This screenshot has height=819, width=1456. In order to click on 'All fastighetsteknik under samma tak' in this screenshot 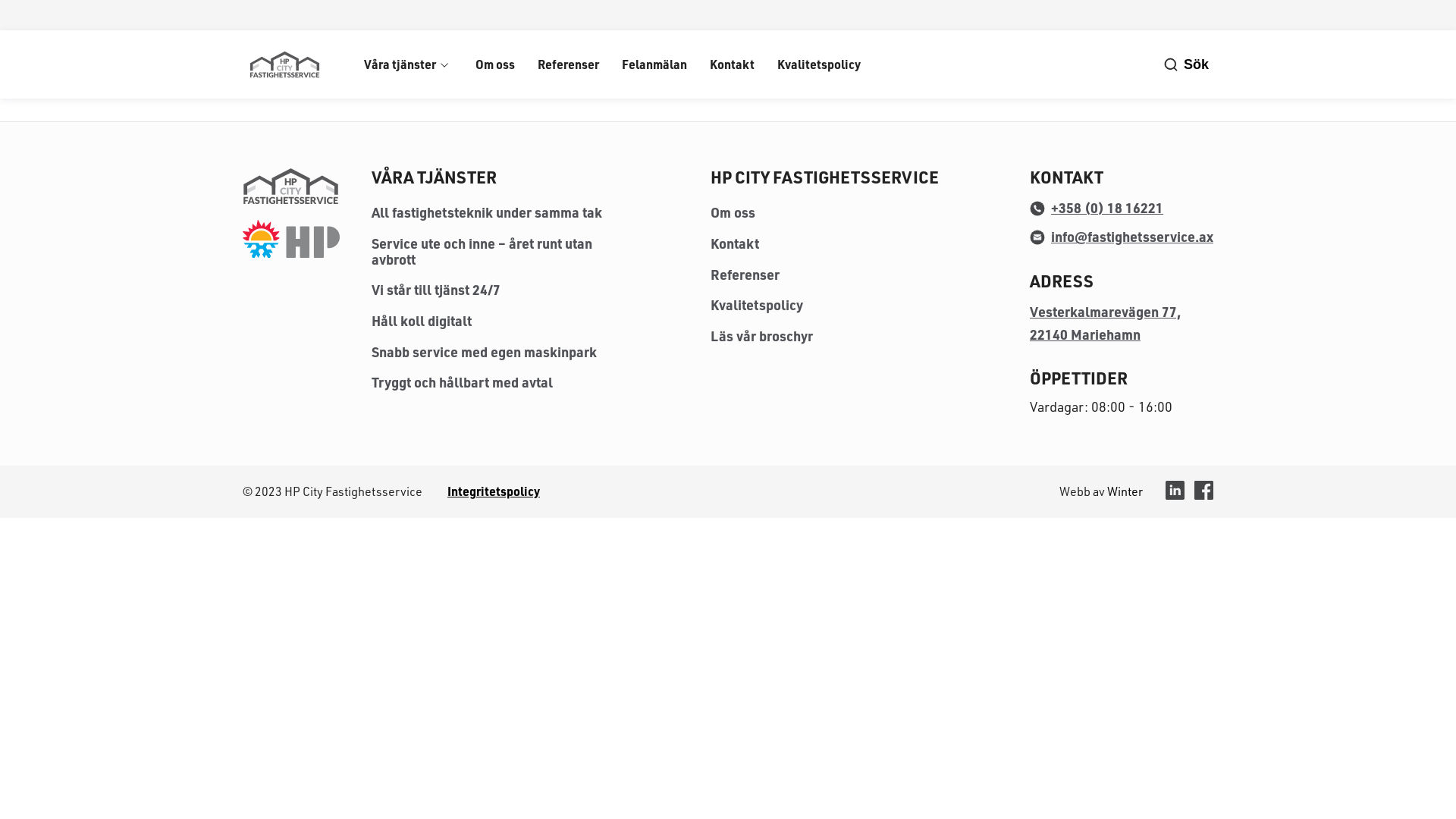, I will do `click(487, 212)`.